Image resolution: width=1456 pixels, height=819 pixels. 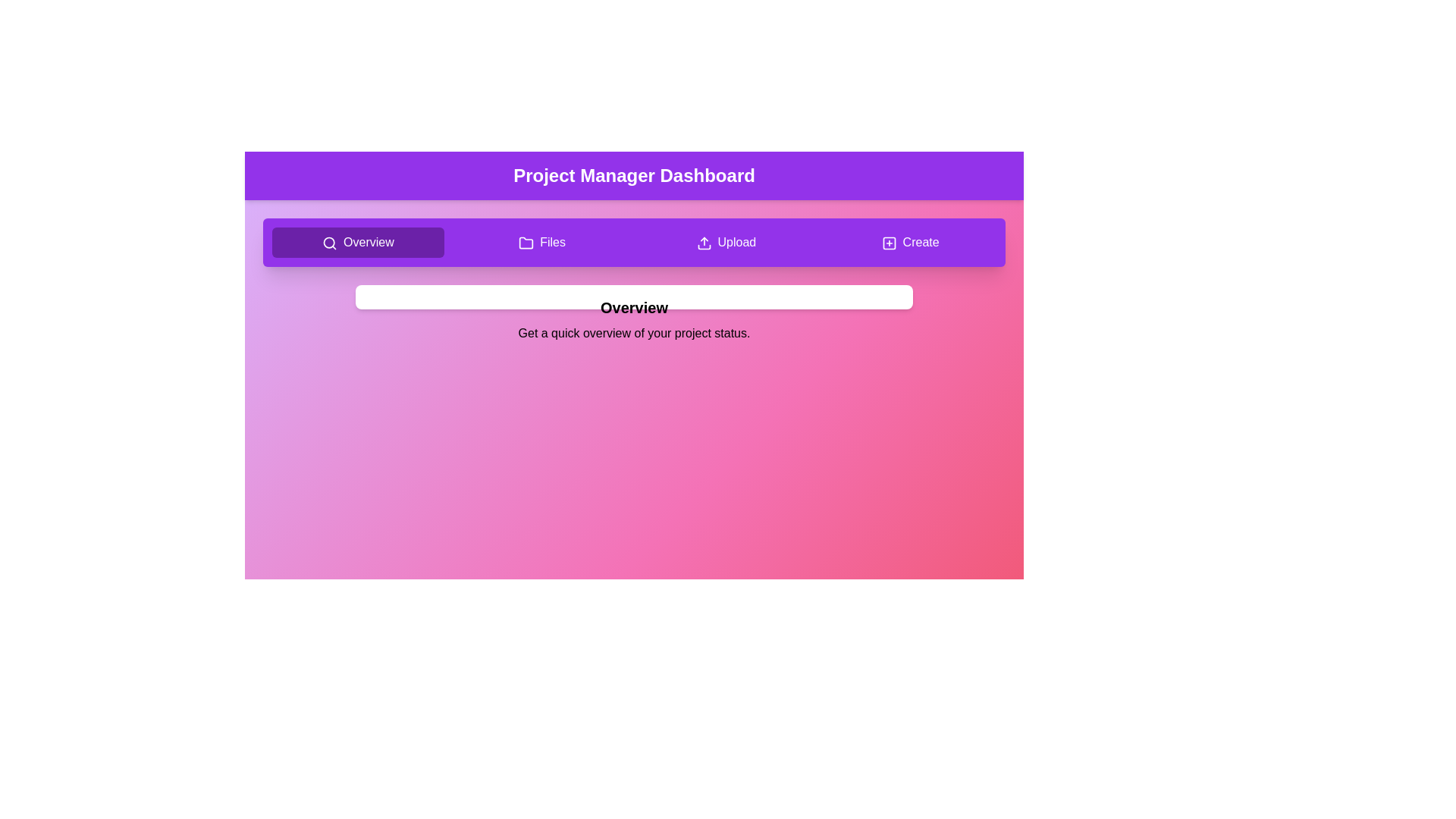 What do you see at coordinates (910, 242) in the screenshot?
I see `the navigation button labeled Create` at bounding box center [910, 242].